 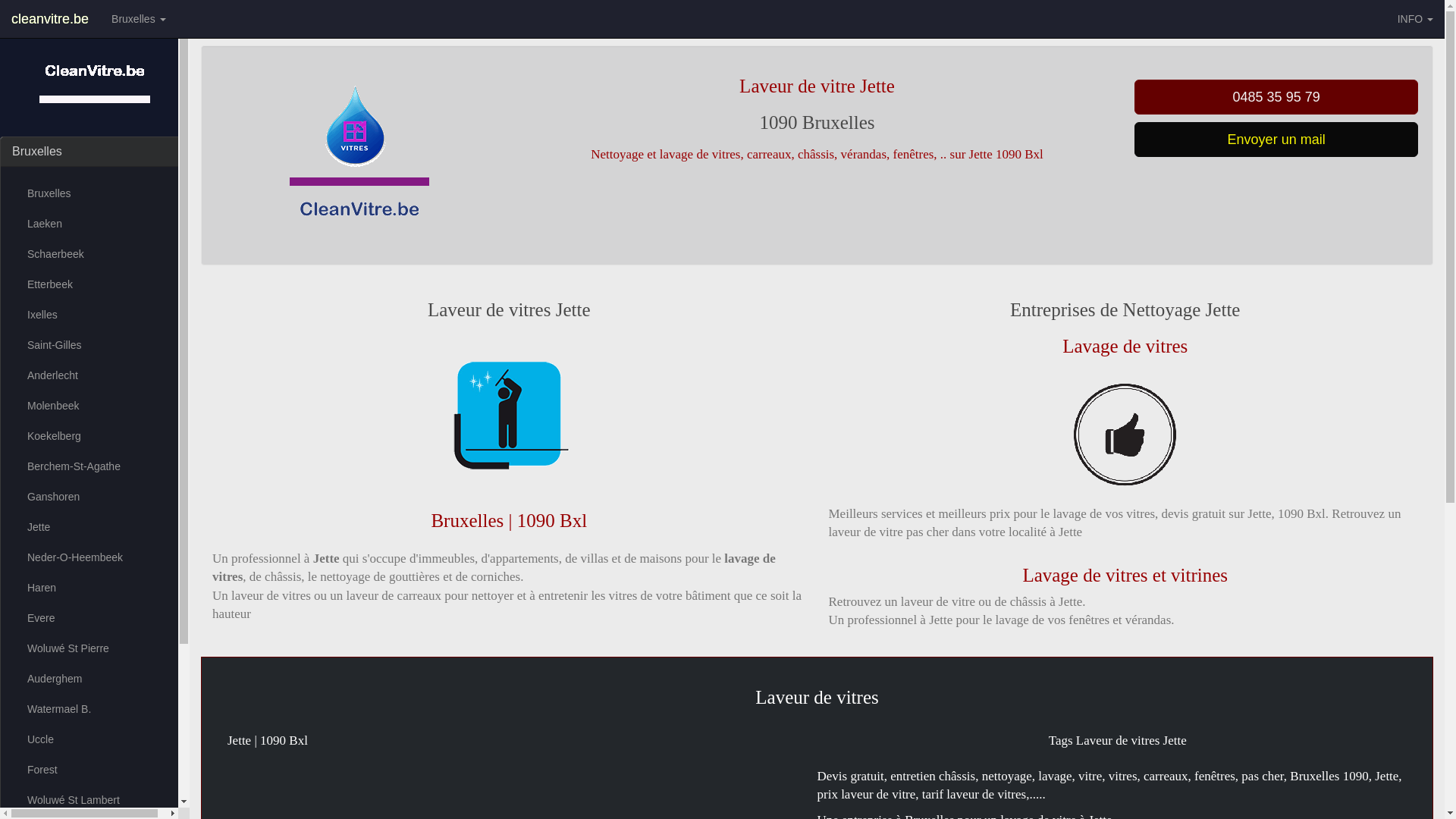 What do you see at coordinates (11, 769) in the screenshot?
I see `'Forest'` at bounding box center [11, 769].